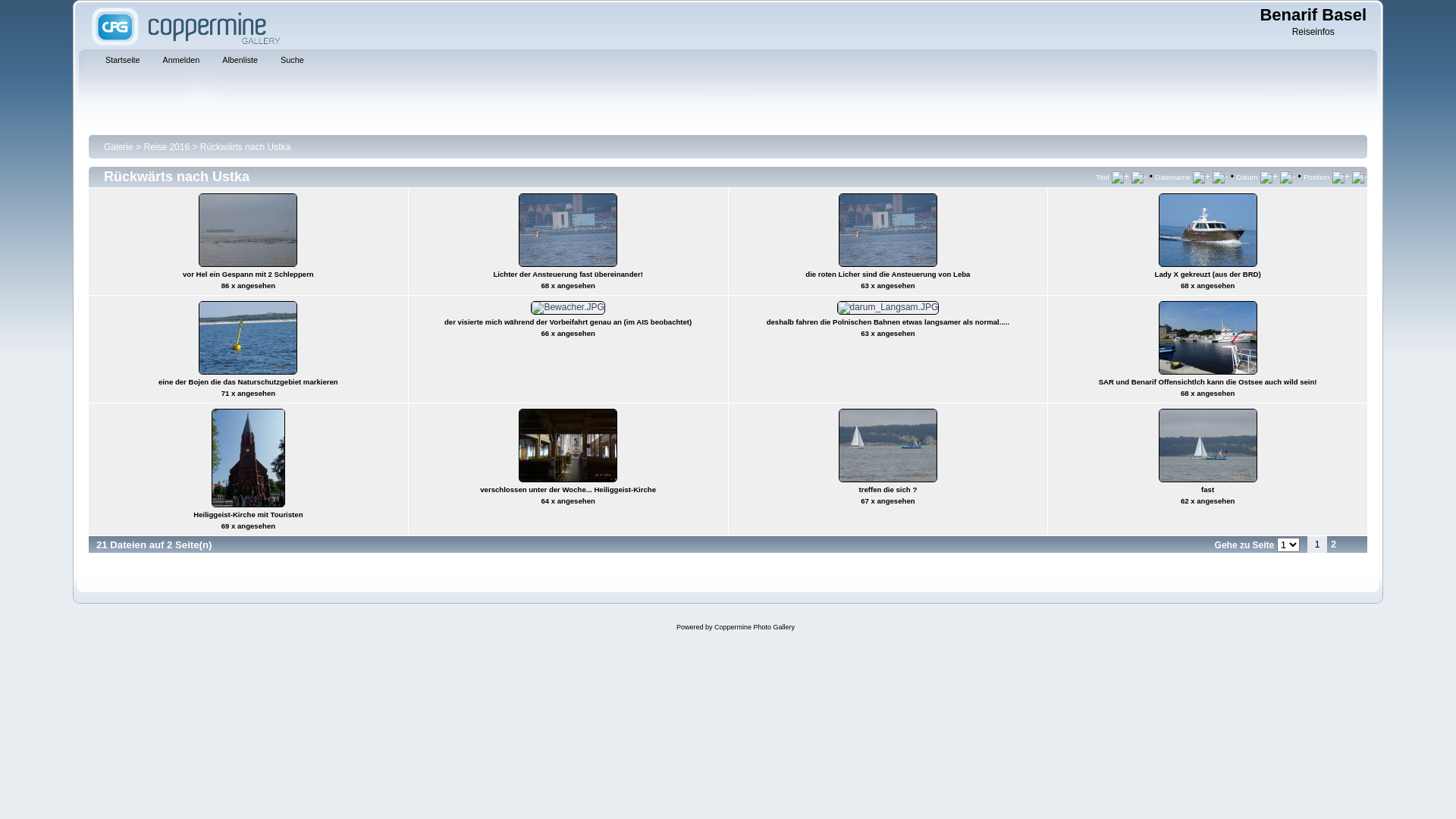  Describe the element at coordinates (234, 61) in the screenshot. I see `'Albenliste'` at that location.